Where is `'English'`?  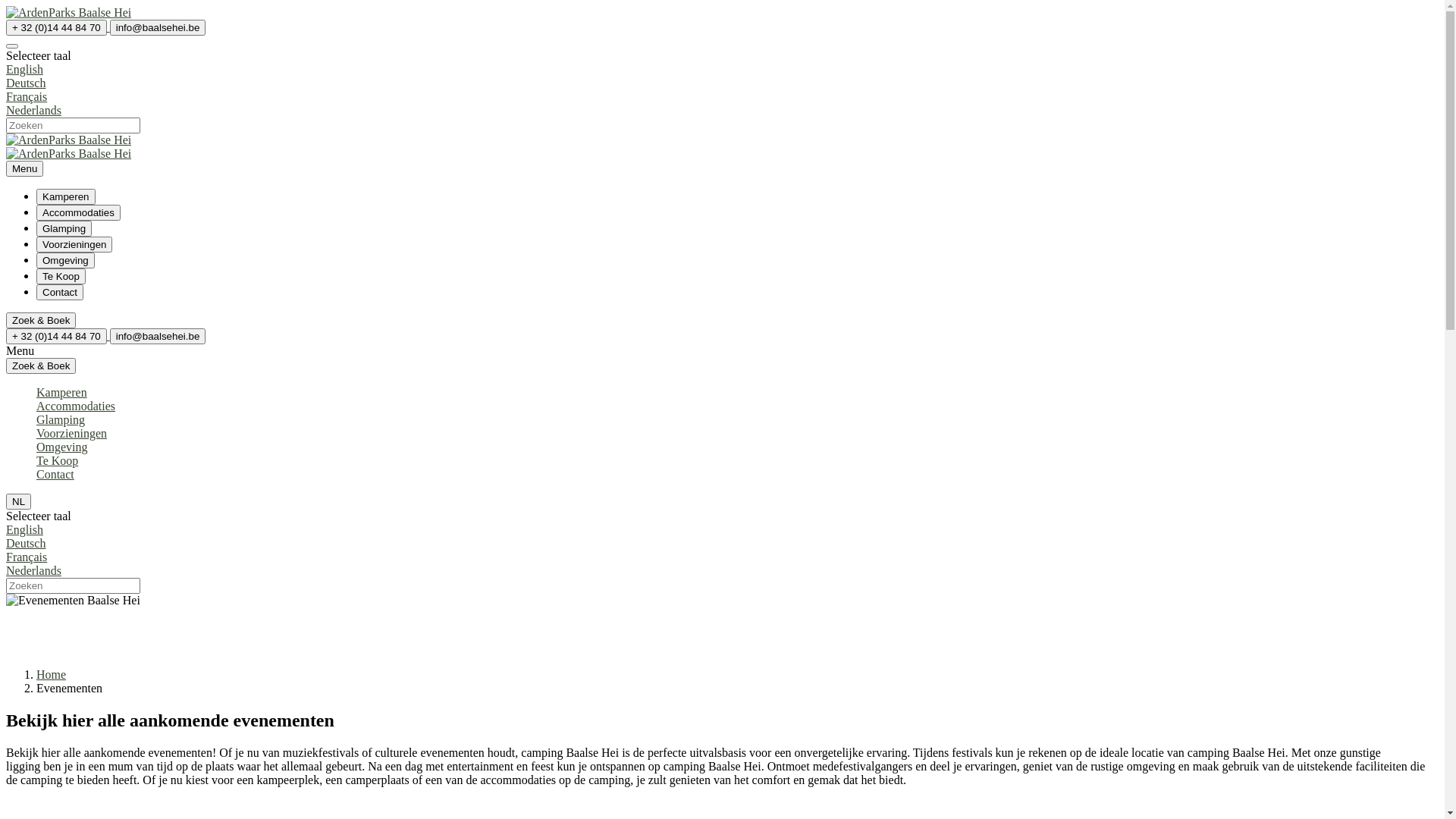 'English' is located at coordinates (6, 529).